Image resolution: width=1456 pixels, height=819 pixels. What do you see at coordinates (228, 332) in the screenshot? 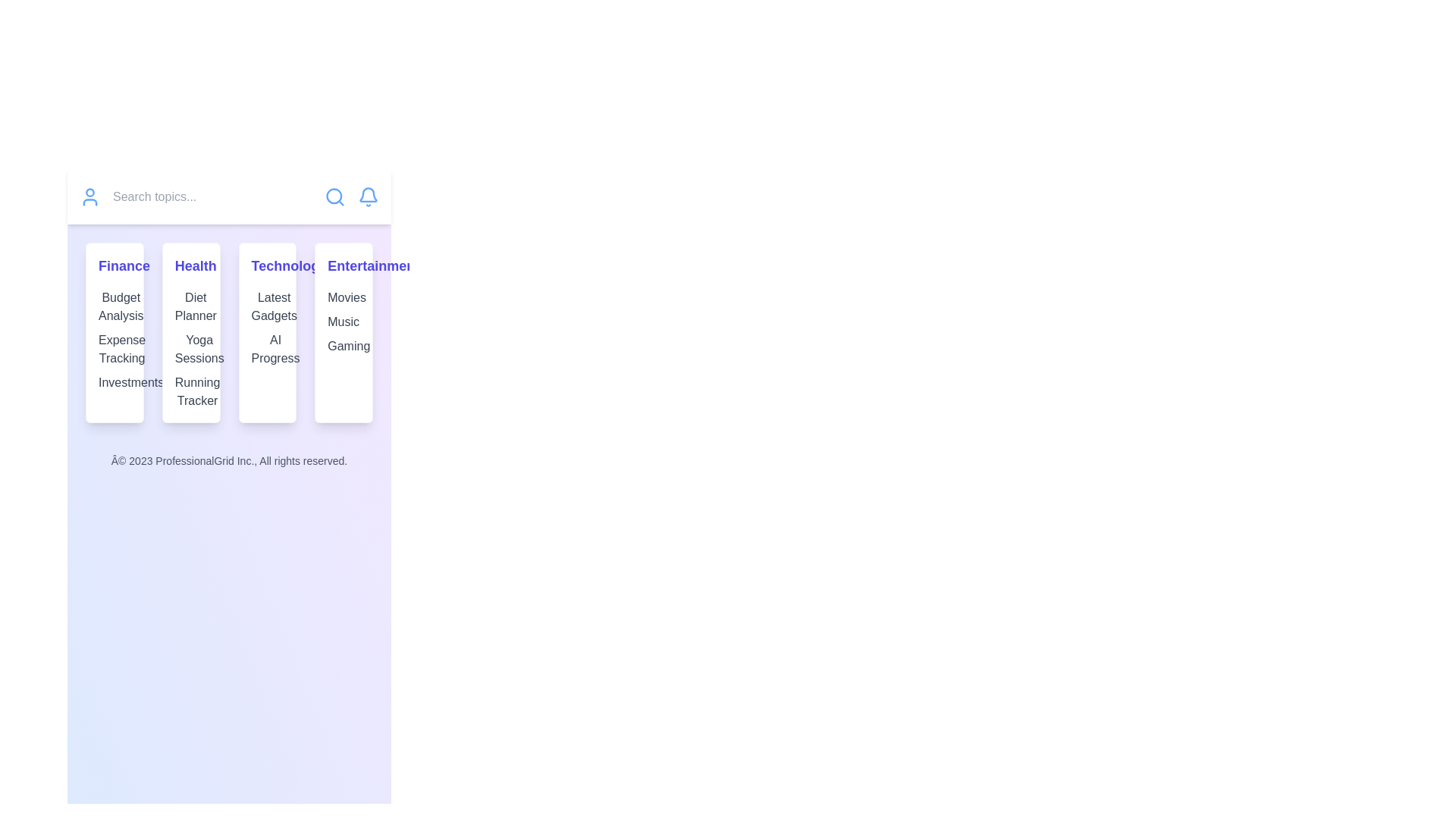
I see `a section card in the vertically arranged grid layout` at bounding box center [228, 332].